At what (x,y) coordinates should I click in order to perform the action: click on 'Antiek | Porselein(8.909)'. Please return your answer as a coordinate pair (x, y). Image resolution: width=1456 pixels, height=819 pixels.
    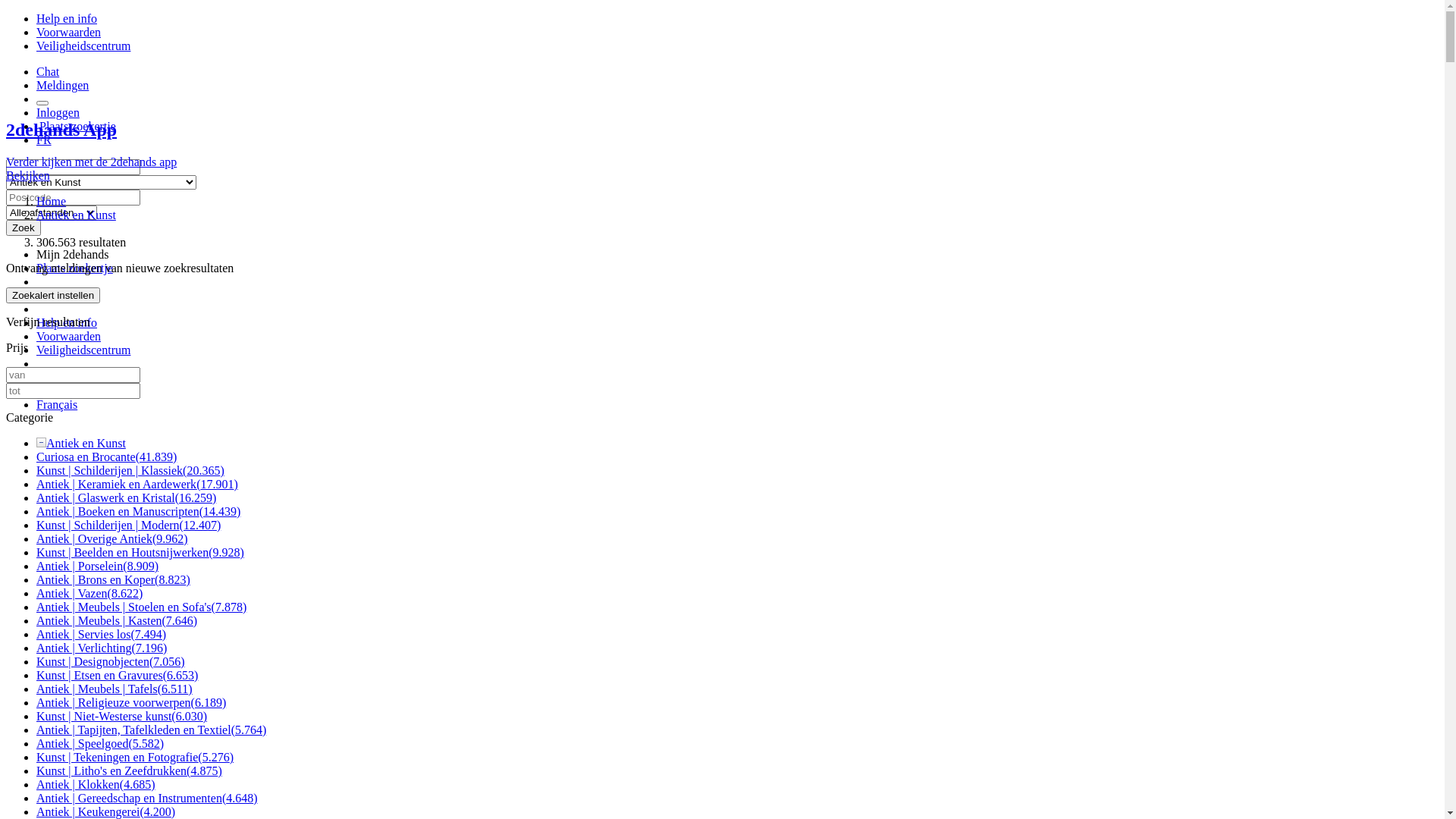
    Looking at the image, I should click on (96, 566).